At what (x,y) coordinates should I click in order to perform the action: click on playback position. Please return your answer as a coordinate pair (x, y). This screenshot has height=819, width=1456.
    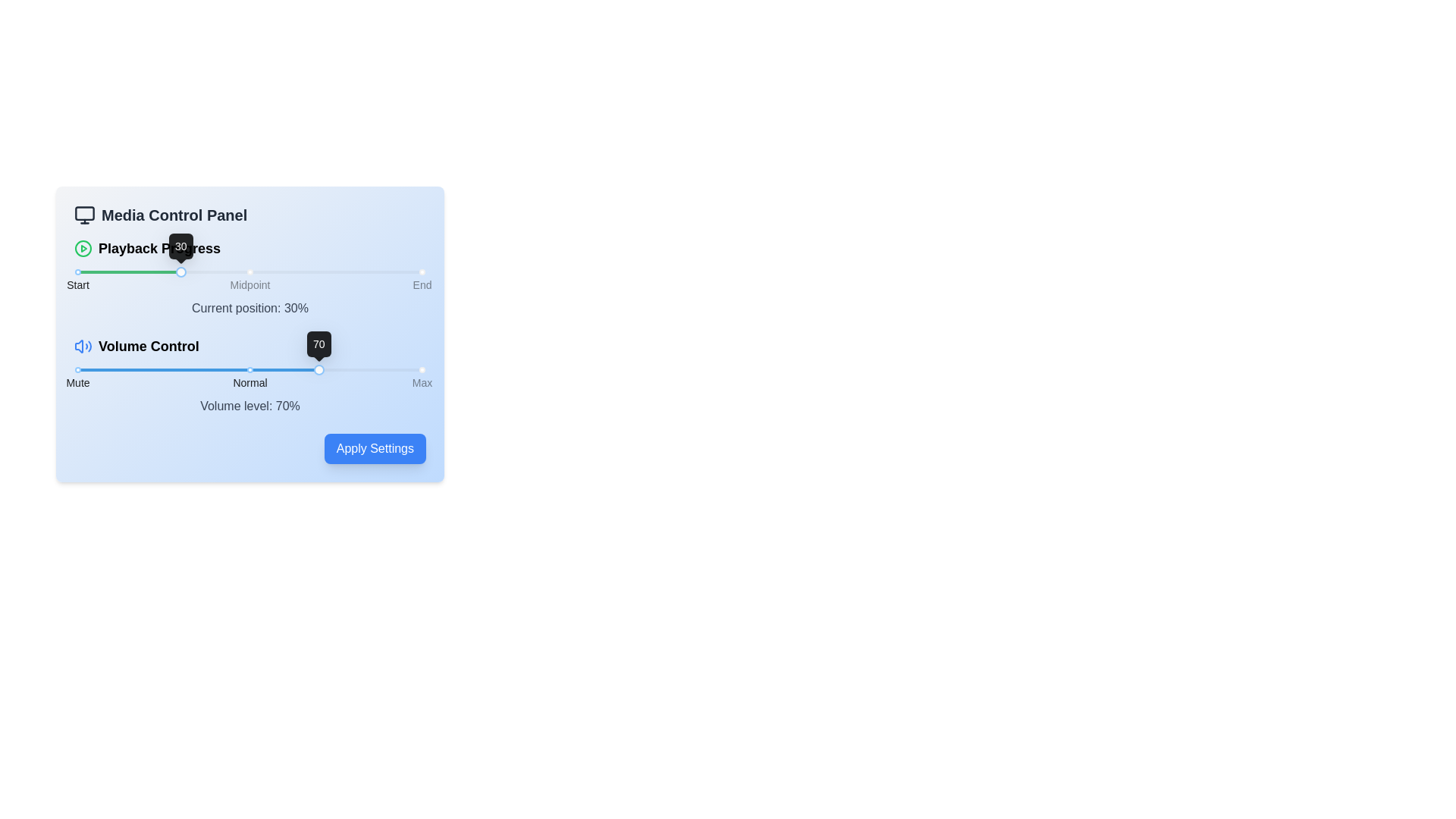
    Looking at the image, I should click on (391, 271).